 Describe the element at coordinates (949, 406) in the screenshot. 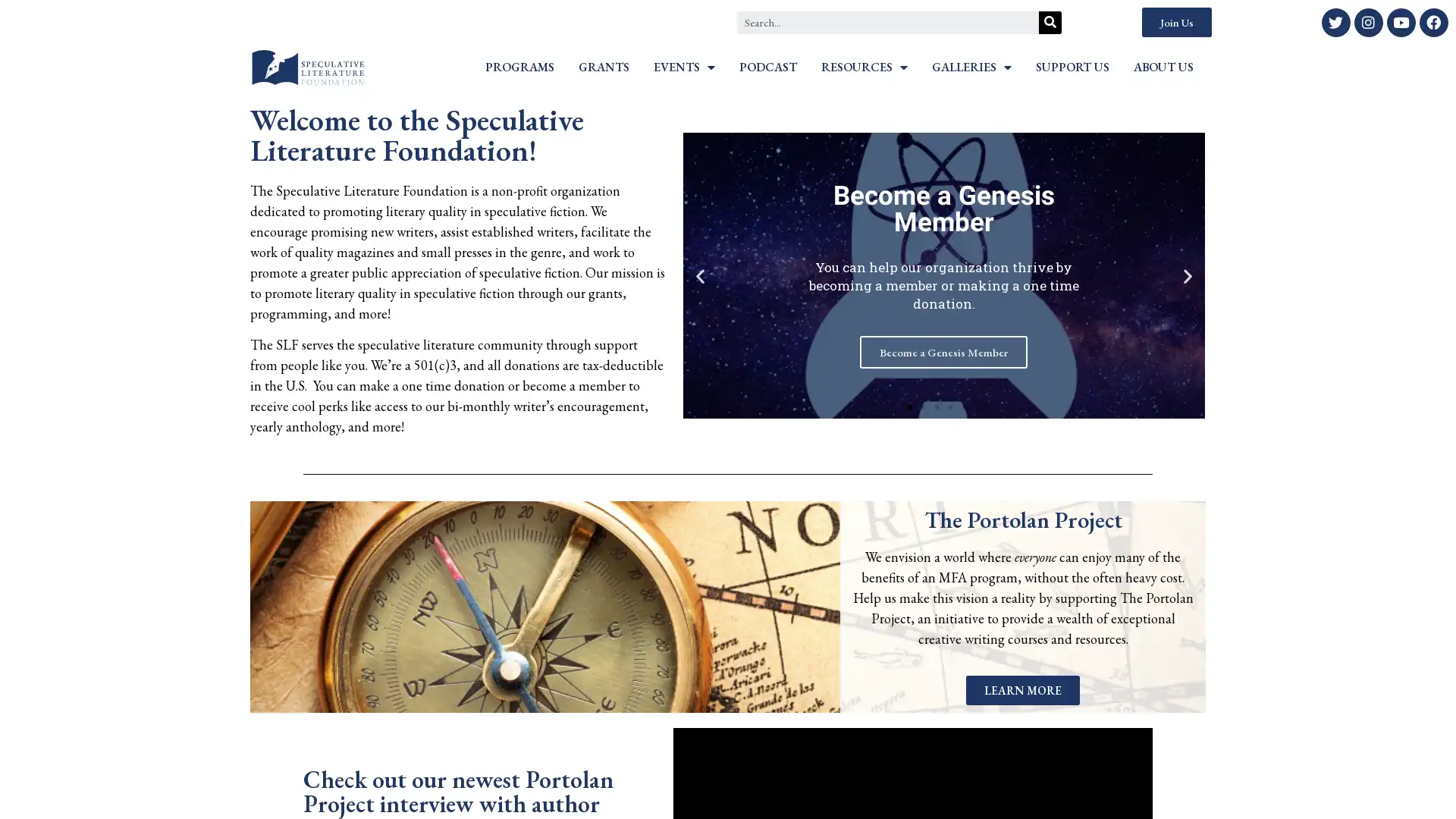

I see `Go to slide 4` at that location.